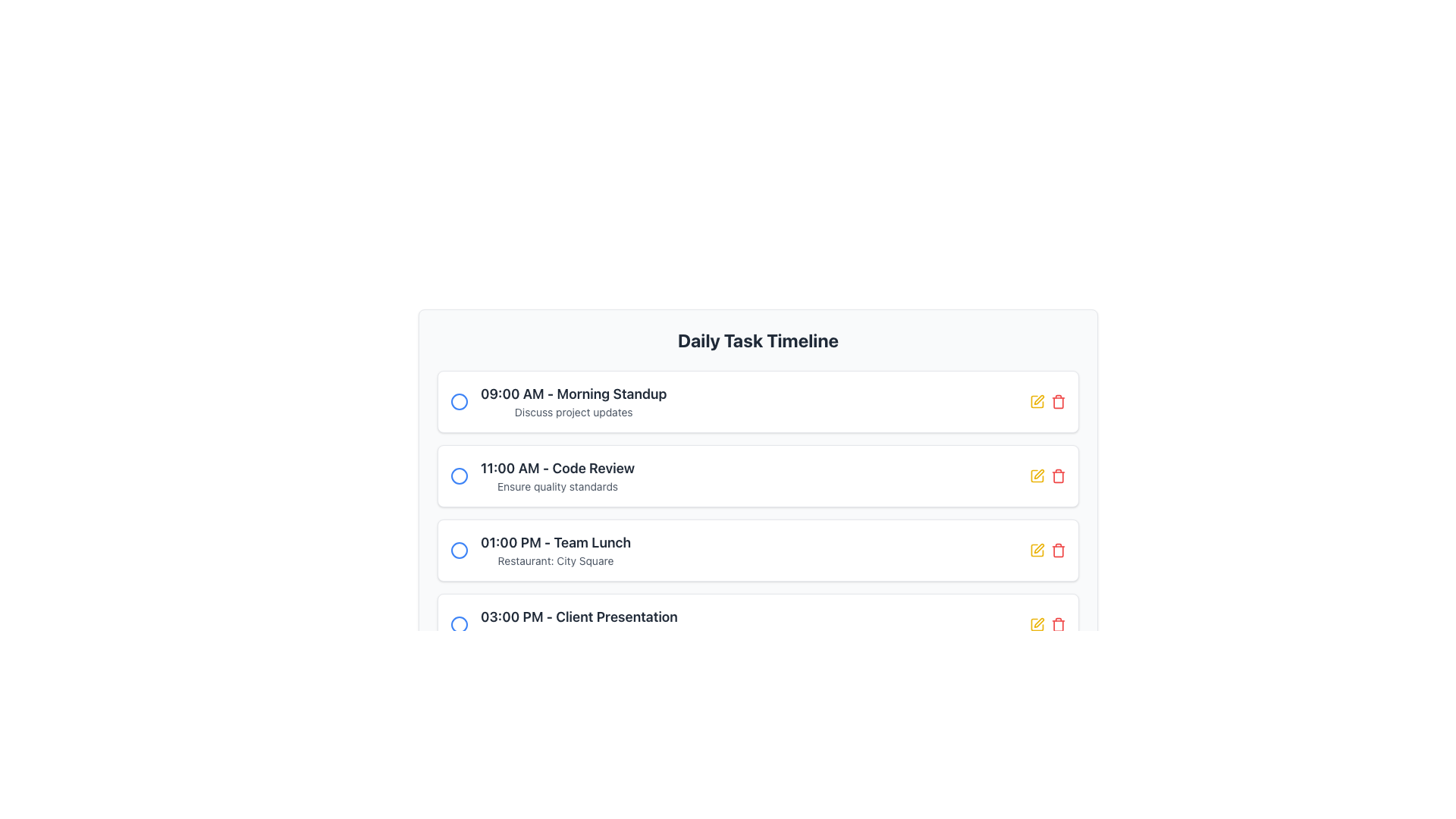  Describe the element at coordinates (541, 550) in the screenshot. I see `the text block displaying event details "01:00 PM - Team Lunch" in bold, which is the third item in the task list` at that location.